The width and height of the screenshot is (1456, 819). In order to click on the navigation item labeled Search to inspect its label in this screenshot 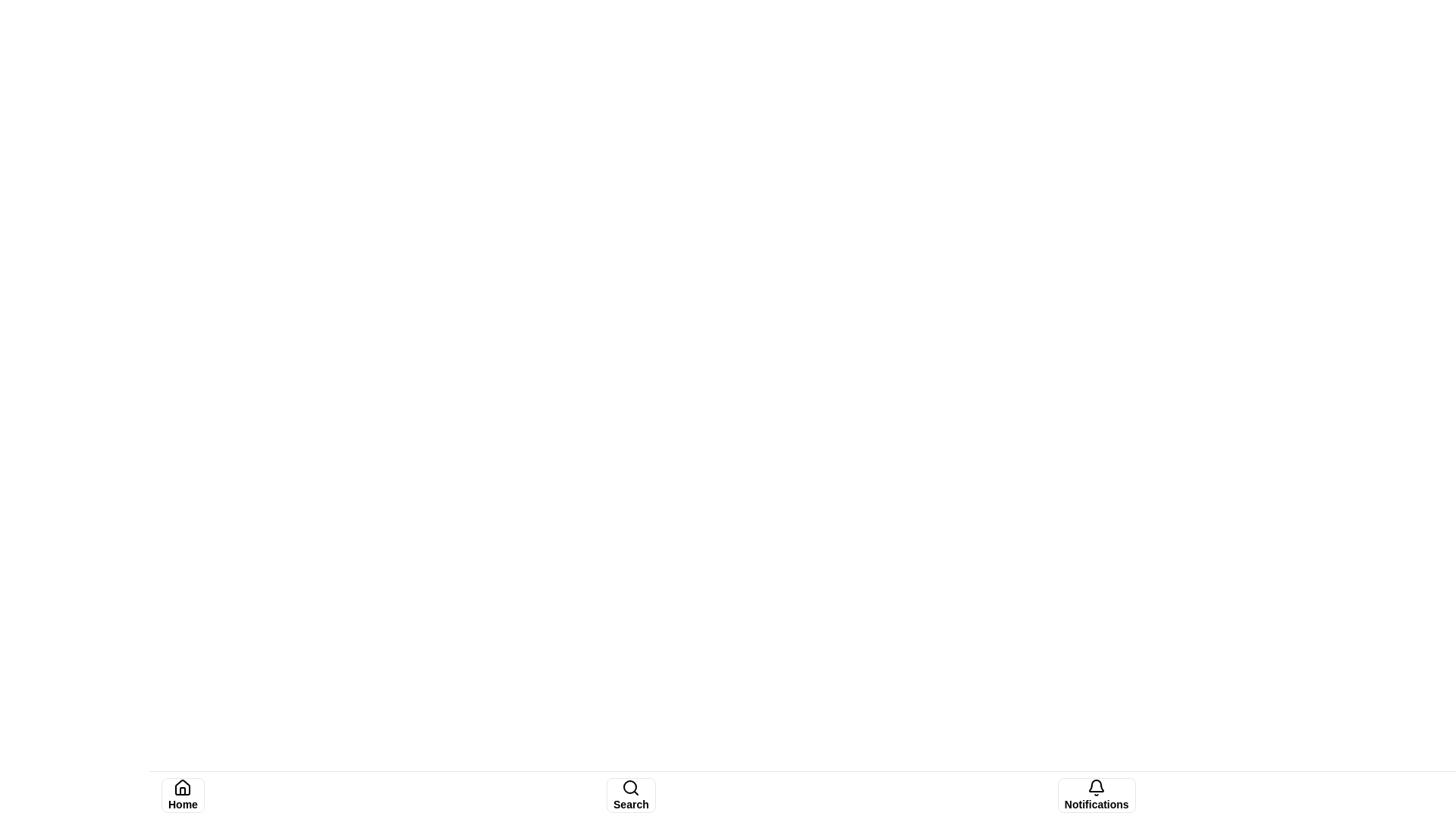, I will do `click(630, 795)`.